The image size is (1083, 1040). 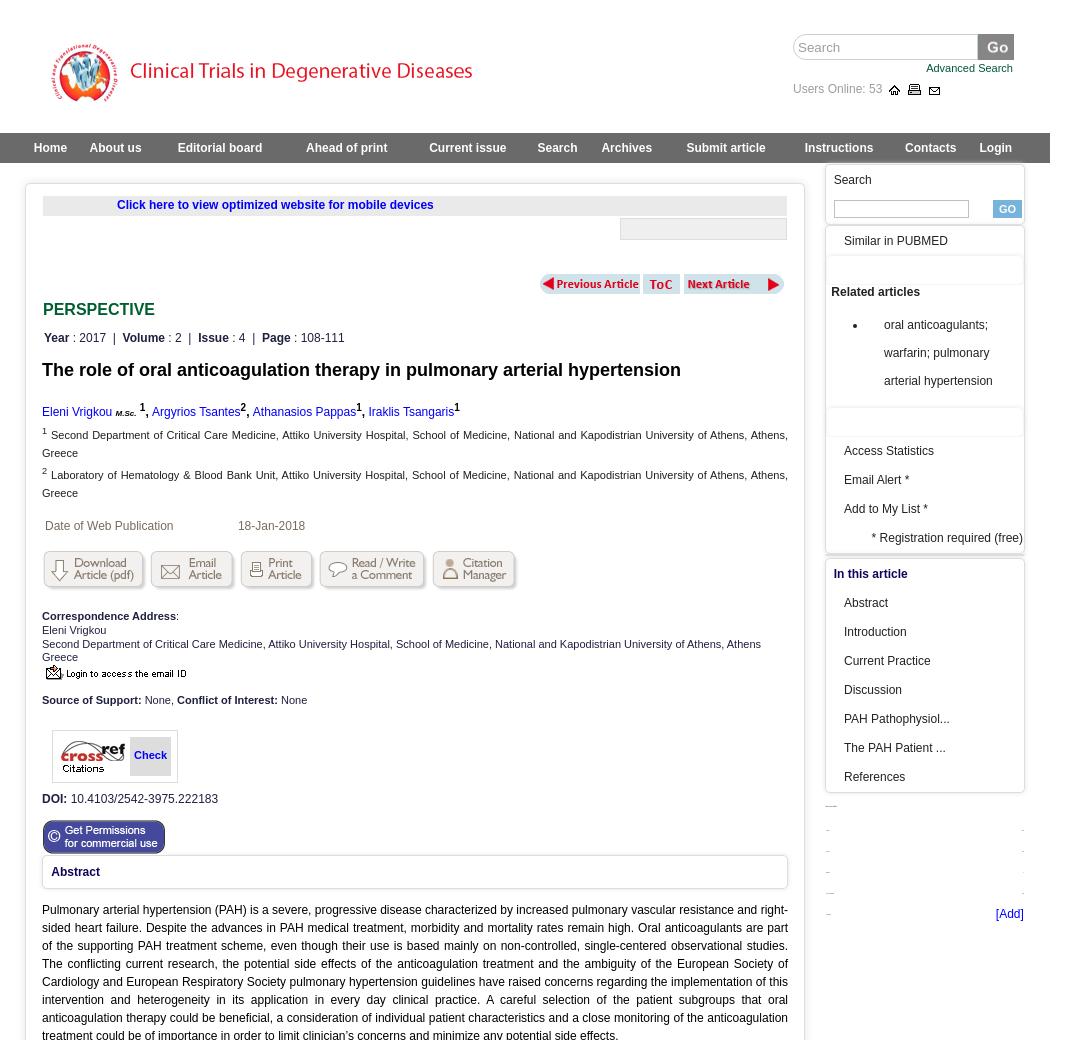 I want to click on 'Current issue', so click(x=466, y=147).